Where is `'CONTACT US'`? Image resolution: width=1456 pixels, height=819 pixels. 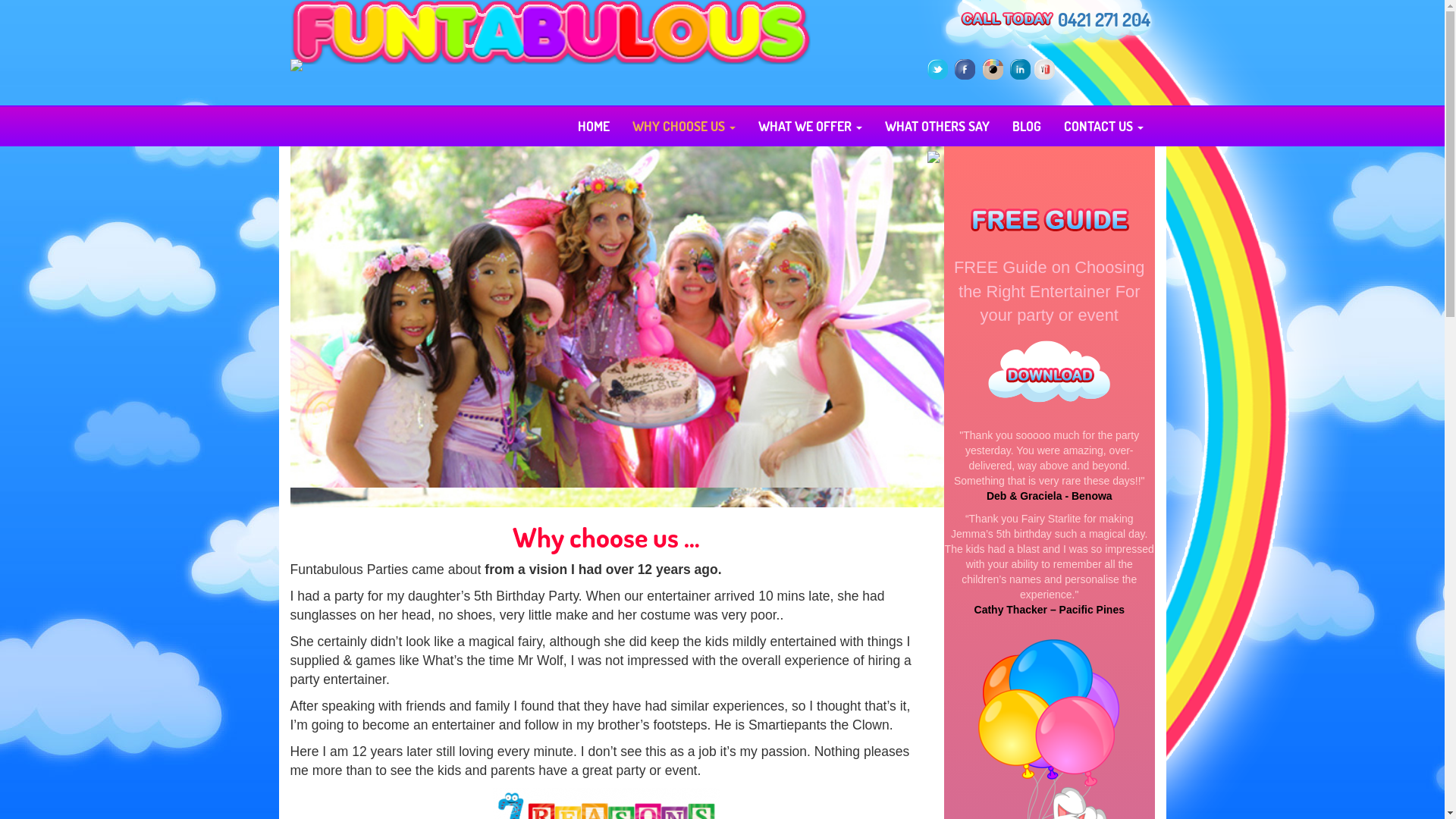 'CONTACT US' is located at coordinates (1103, 124).